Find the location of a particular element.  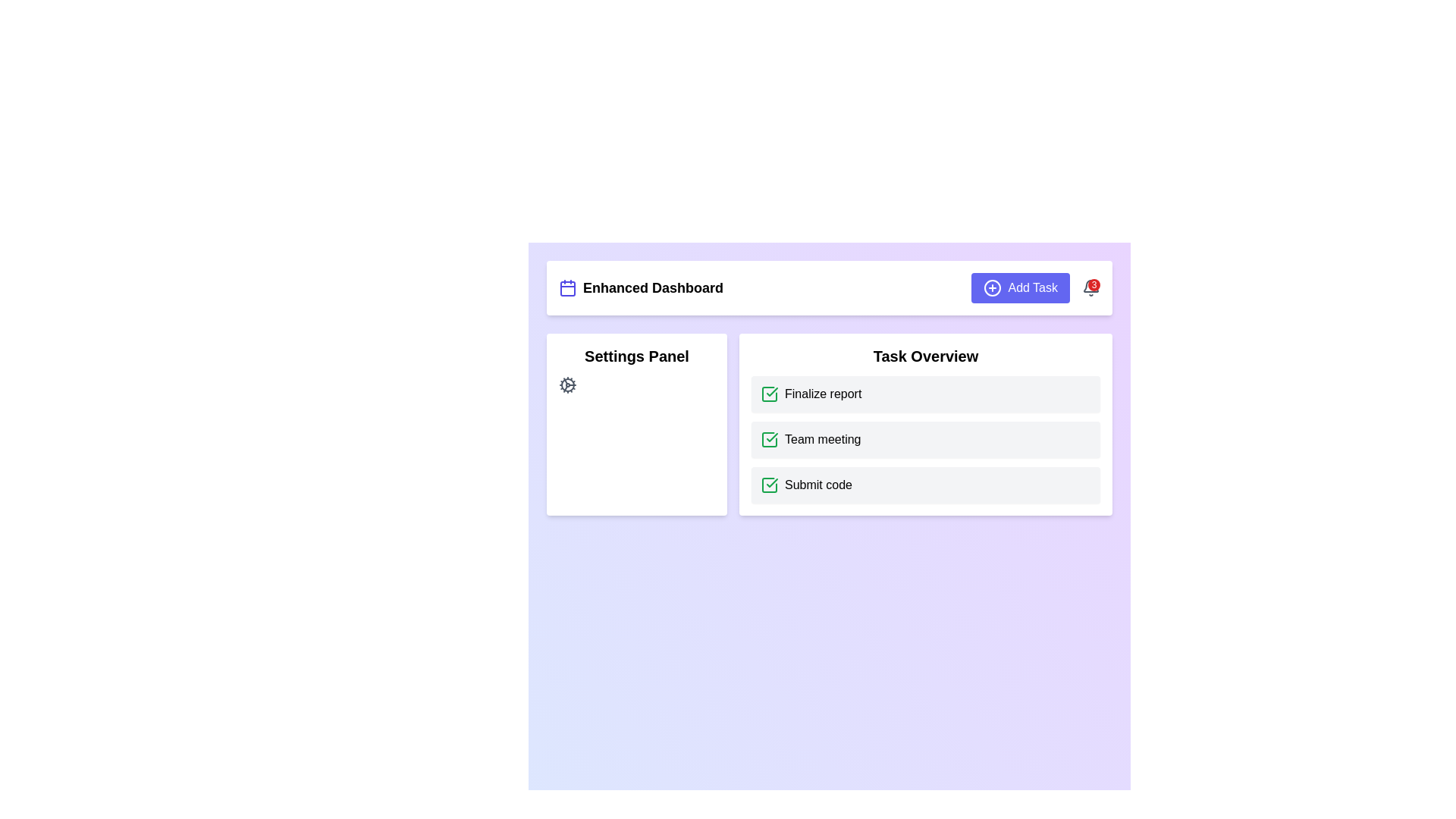

the 'Add Task' button by clicking on the circular icon with a plus sign inside, which is positioned on a purple background to the left of the text 'Add Task' is located at coordinates (993, 288).